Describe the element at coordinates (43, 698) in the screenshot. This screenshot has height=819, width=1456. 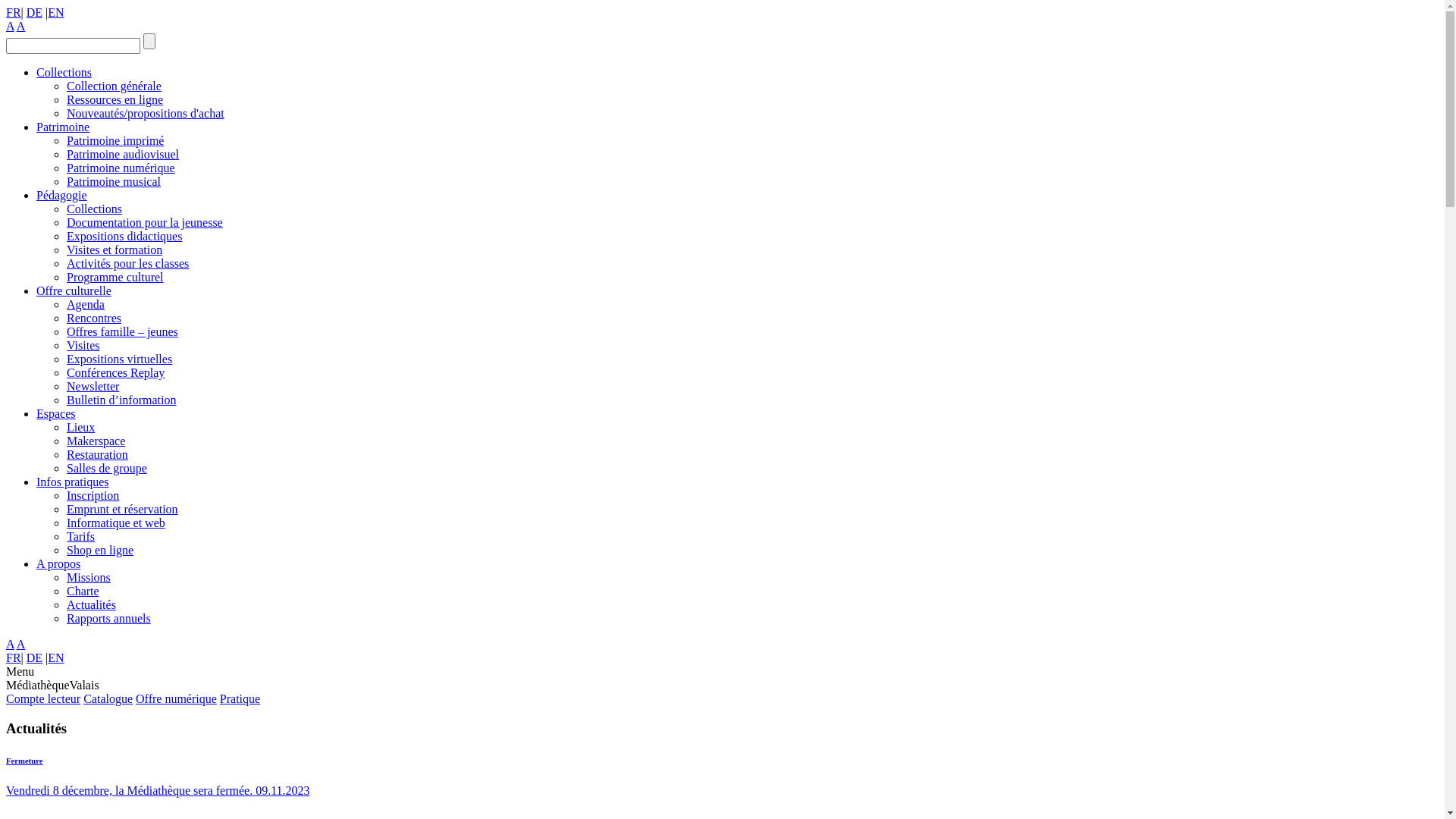
I see `'Compte lecteur'` at that location.